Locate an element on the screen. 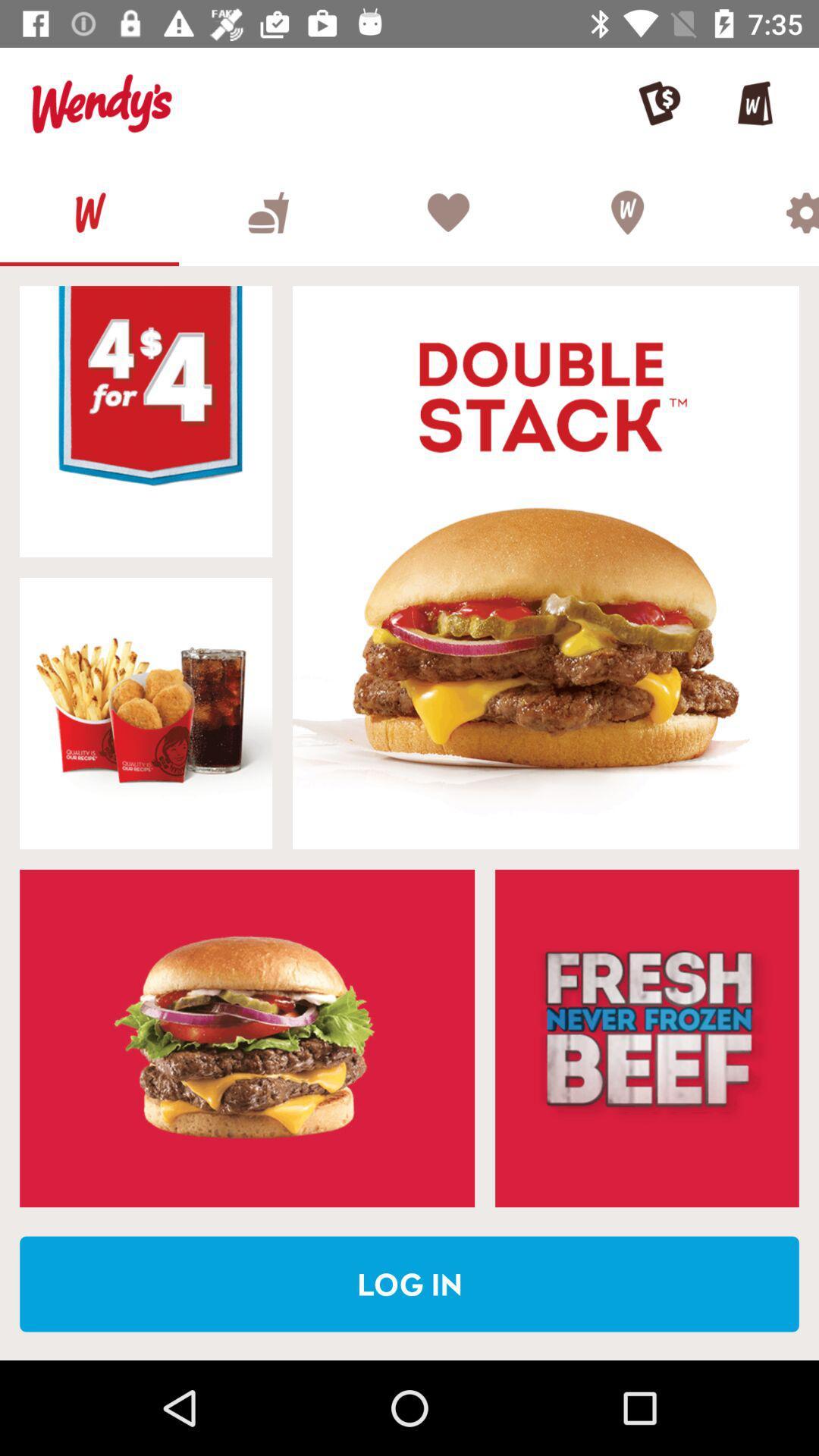 Image resolution: width=819 pixels, height=1456 pixels. wishlist the item is located at coordinates (447, 212).